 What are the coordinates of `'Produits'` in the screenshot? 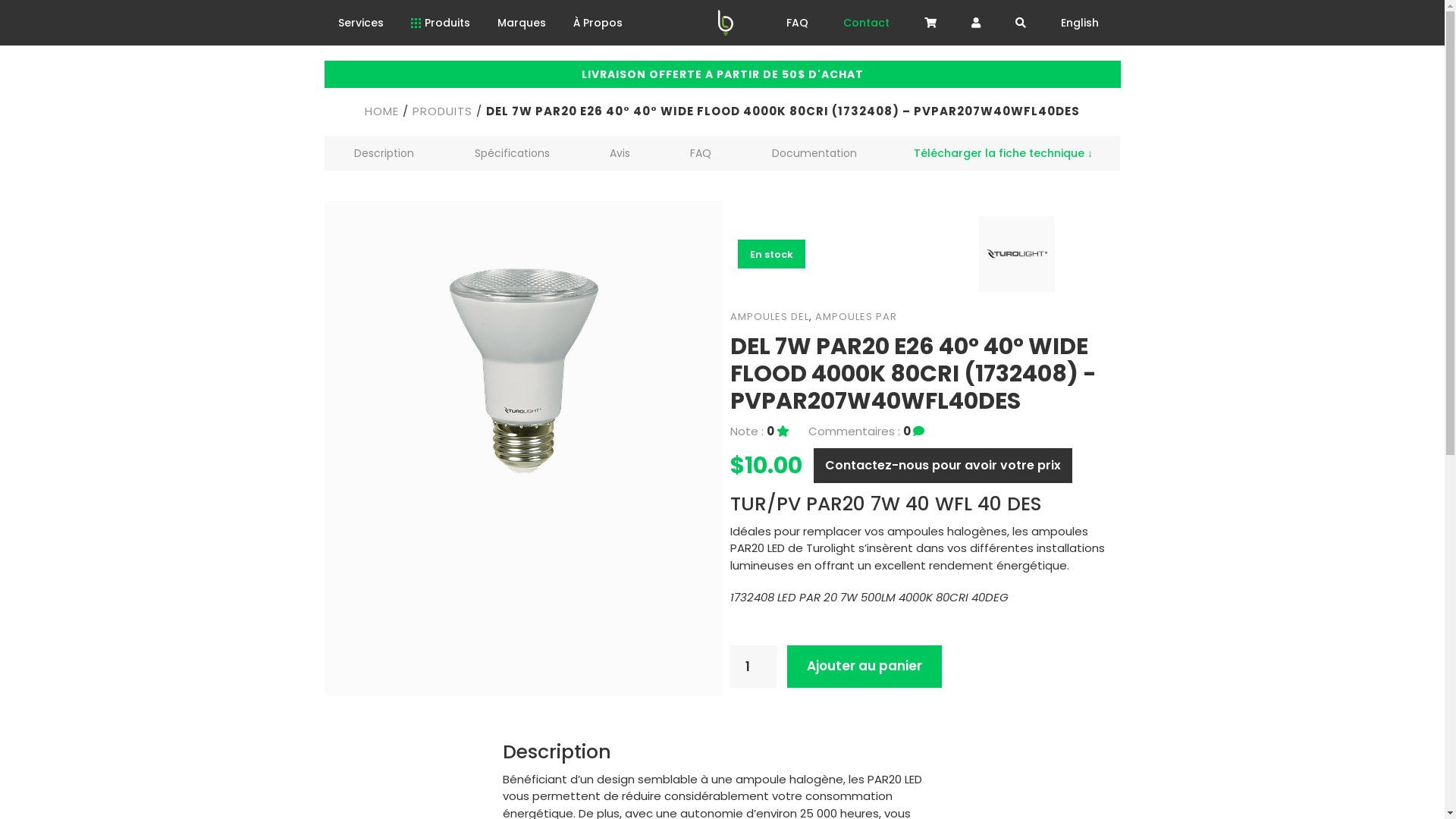 It's located at (439, 23).